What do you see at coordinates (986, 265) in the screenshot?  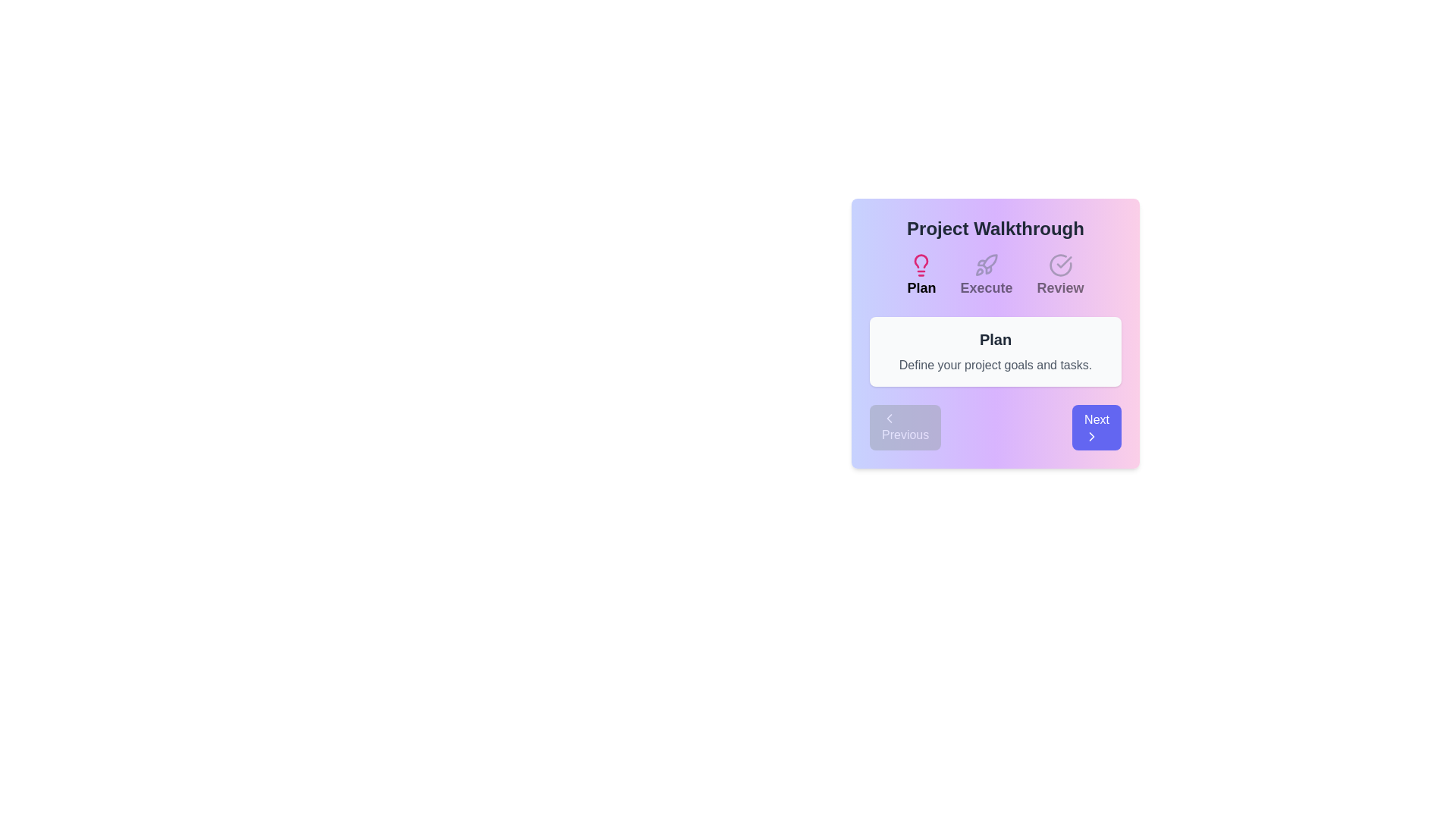 I see `the icon of the step Execute` at bounding box center [986, 265].